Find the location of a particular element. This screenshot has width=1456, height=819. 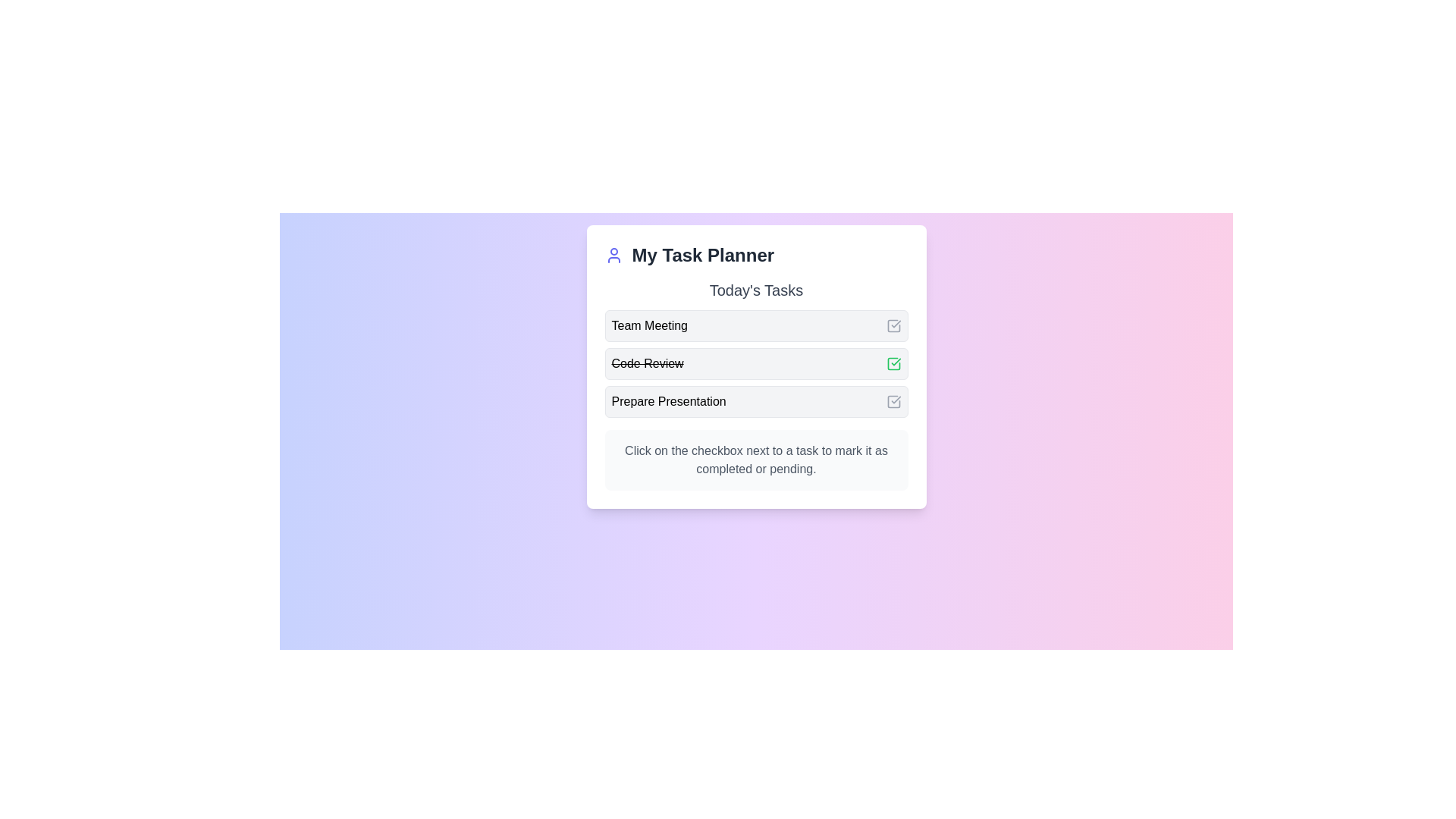

the heading element titled 'Today's Tasks', which is styled with a bold font and larger text size, appearing in medium gray color above the task list is located at coordinates (756, 290).